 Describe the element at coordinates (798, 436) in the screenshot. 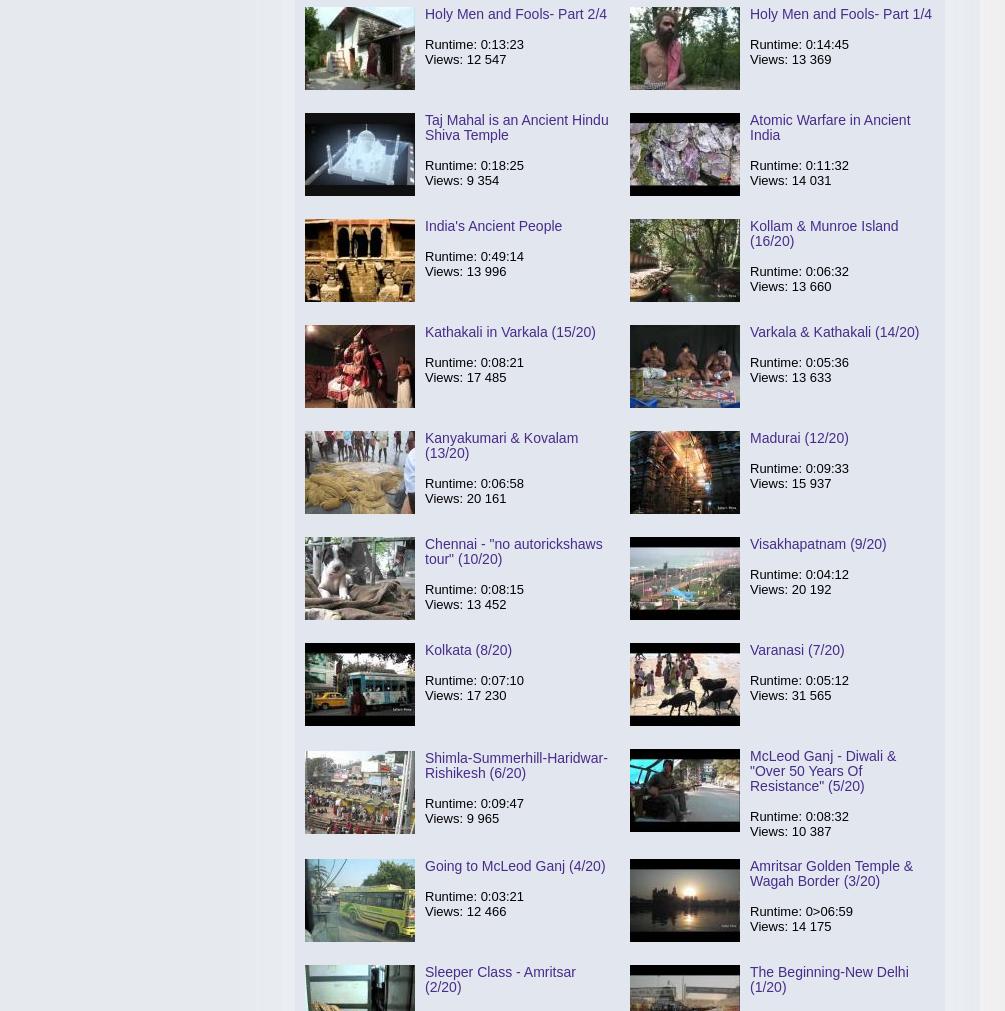

I see `'Madurai (12/20)'` at that location.